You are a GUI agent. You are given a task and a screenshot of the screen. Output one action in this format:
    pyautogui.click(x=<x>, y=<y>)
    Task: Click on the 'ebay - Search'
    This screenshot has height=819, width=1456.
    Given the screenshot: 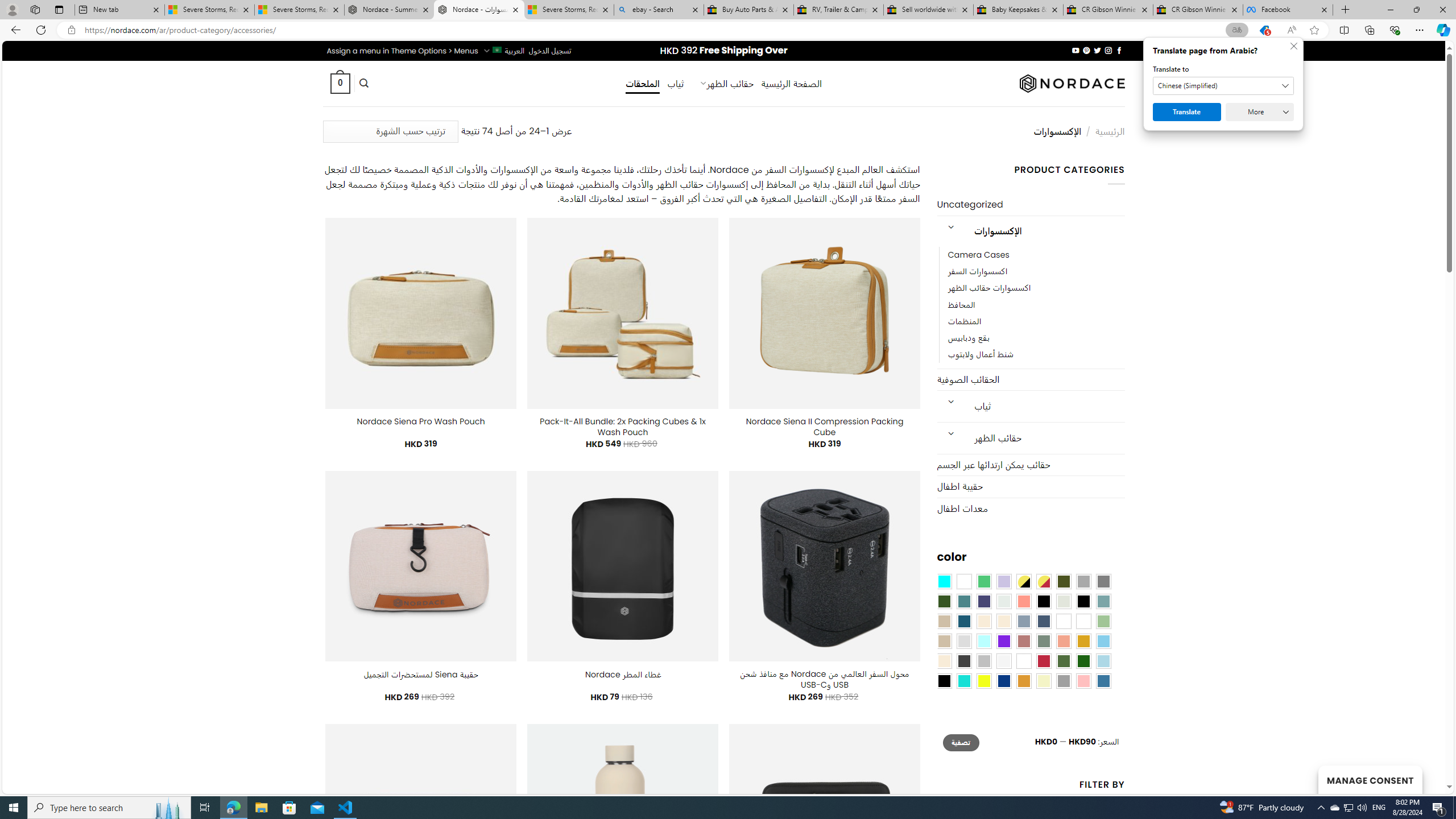 What is the action you would take?
    pyautogui.click(x=658, y=9)
    